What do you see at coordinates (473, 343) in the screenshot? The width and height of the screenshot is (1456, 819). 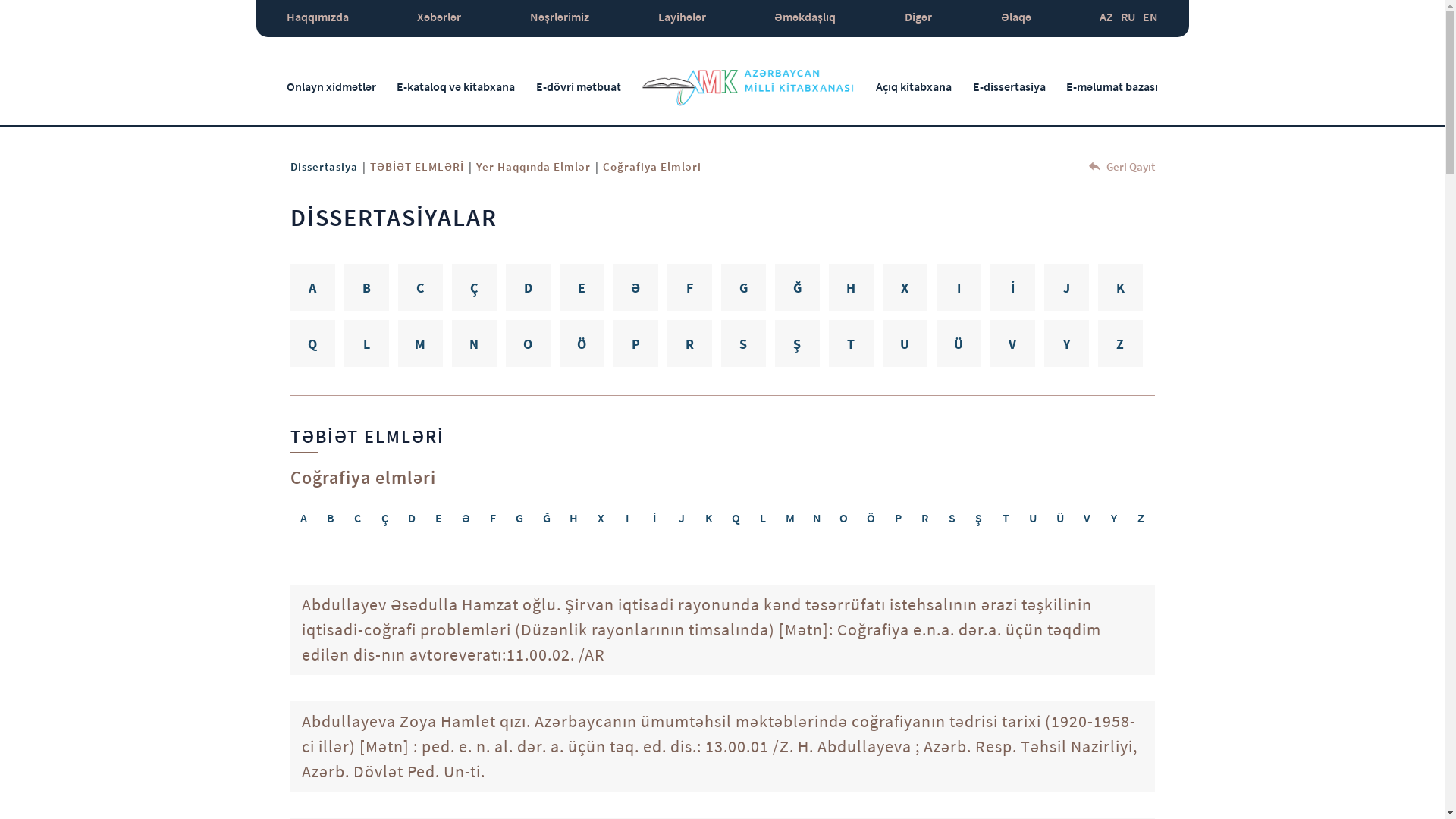 I see `'N'` at bounding box center [473, 343].